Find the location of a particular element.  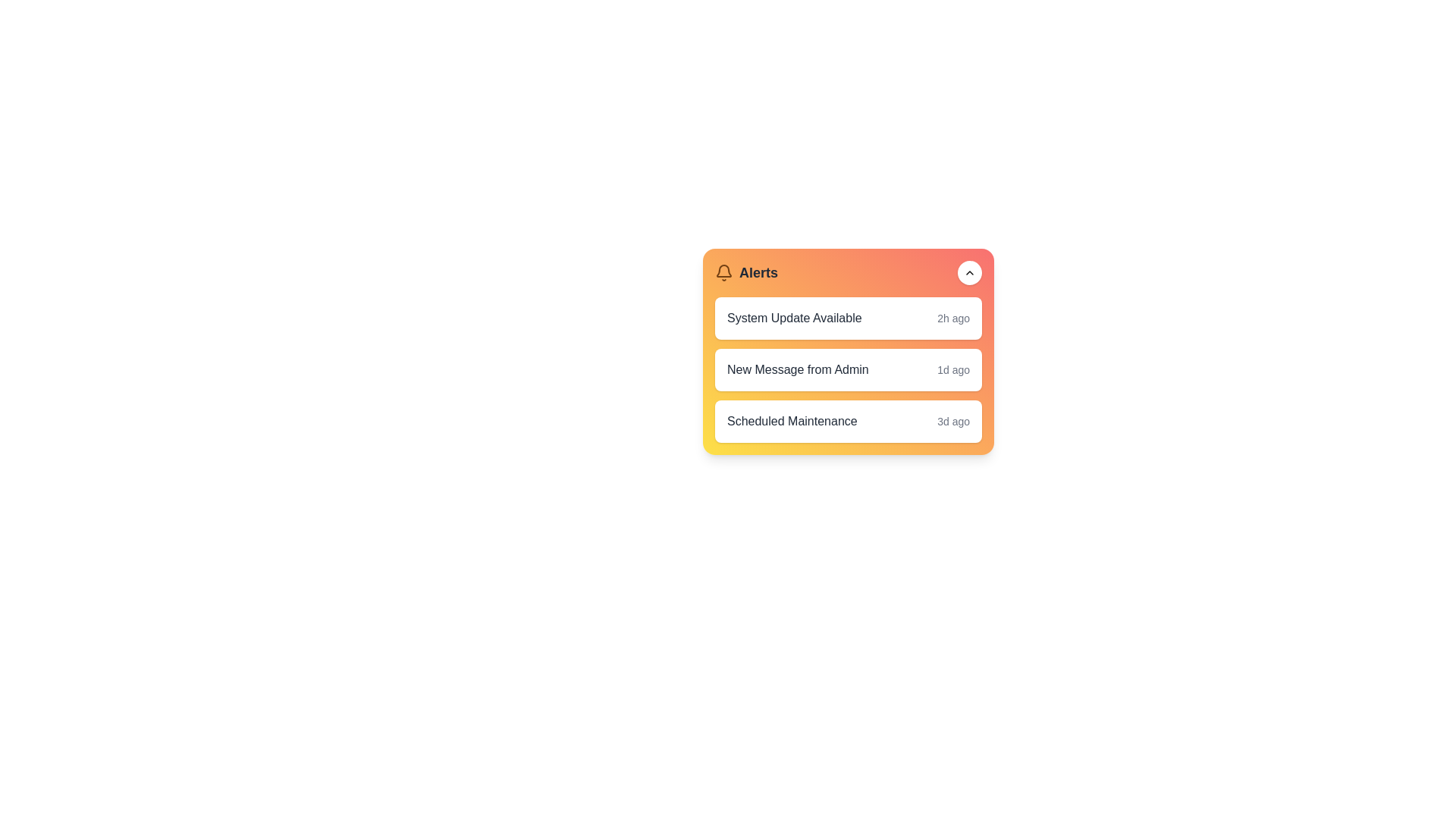

the toggle button to change the visibility of the AlertMenu is located at coordinates (968, 271).